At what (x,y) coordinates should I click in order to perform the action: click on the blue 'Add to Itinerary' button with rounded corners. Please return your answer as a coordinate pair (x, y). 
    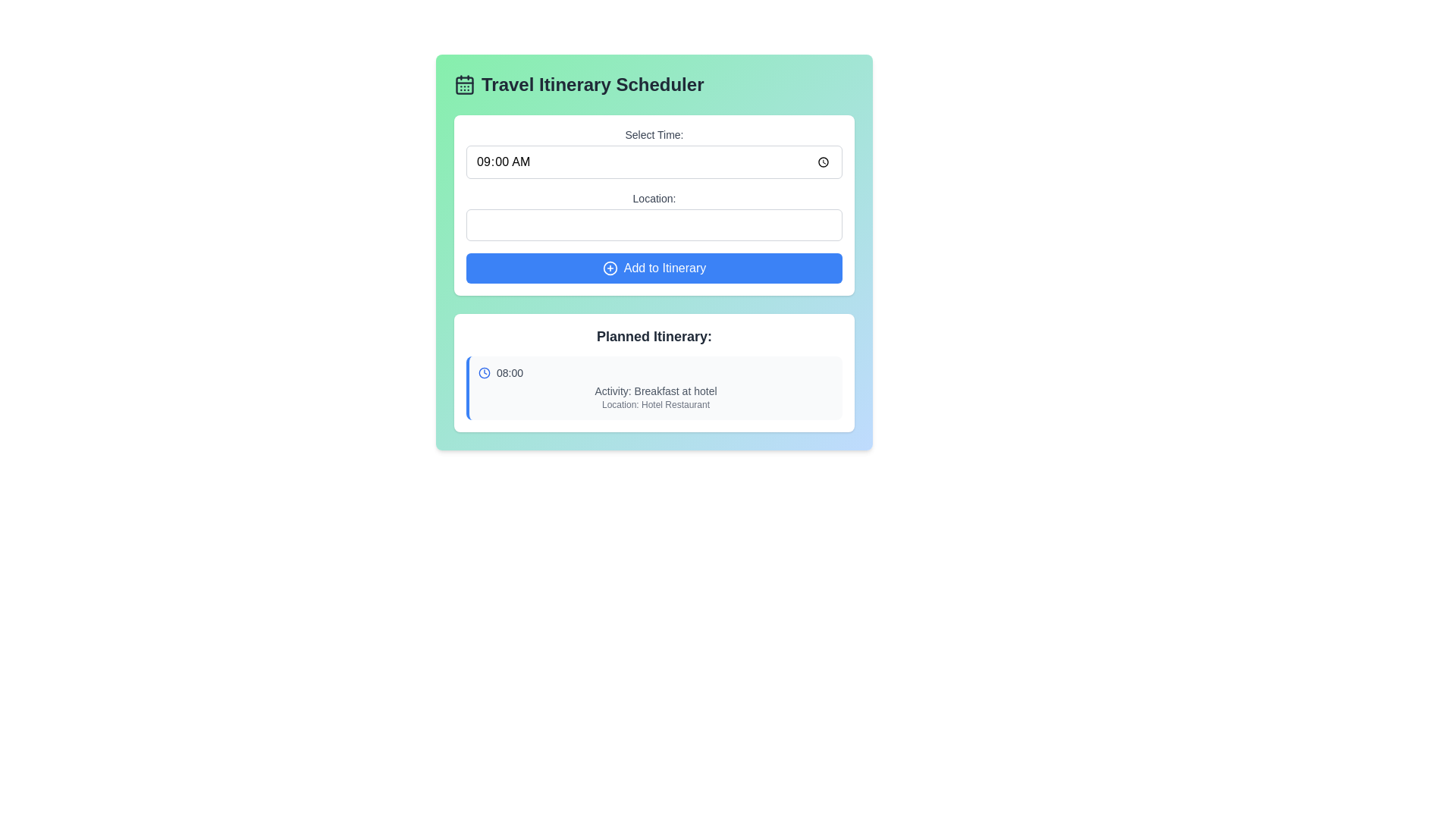
    Looking at the image, I should click on (654, 268).